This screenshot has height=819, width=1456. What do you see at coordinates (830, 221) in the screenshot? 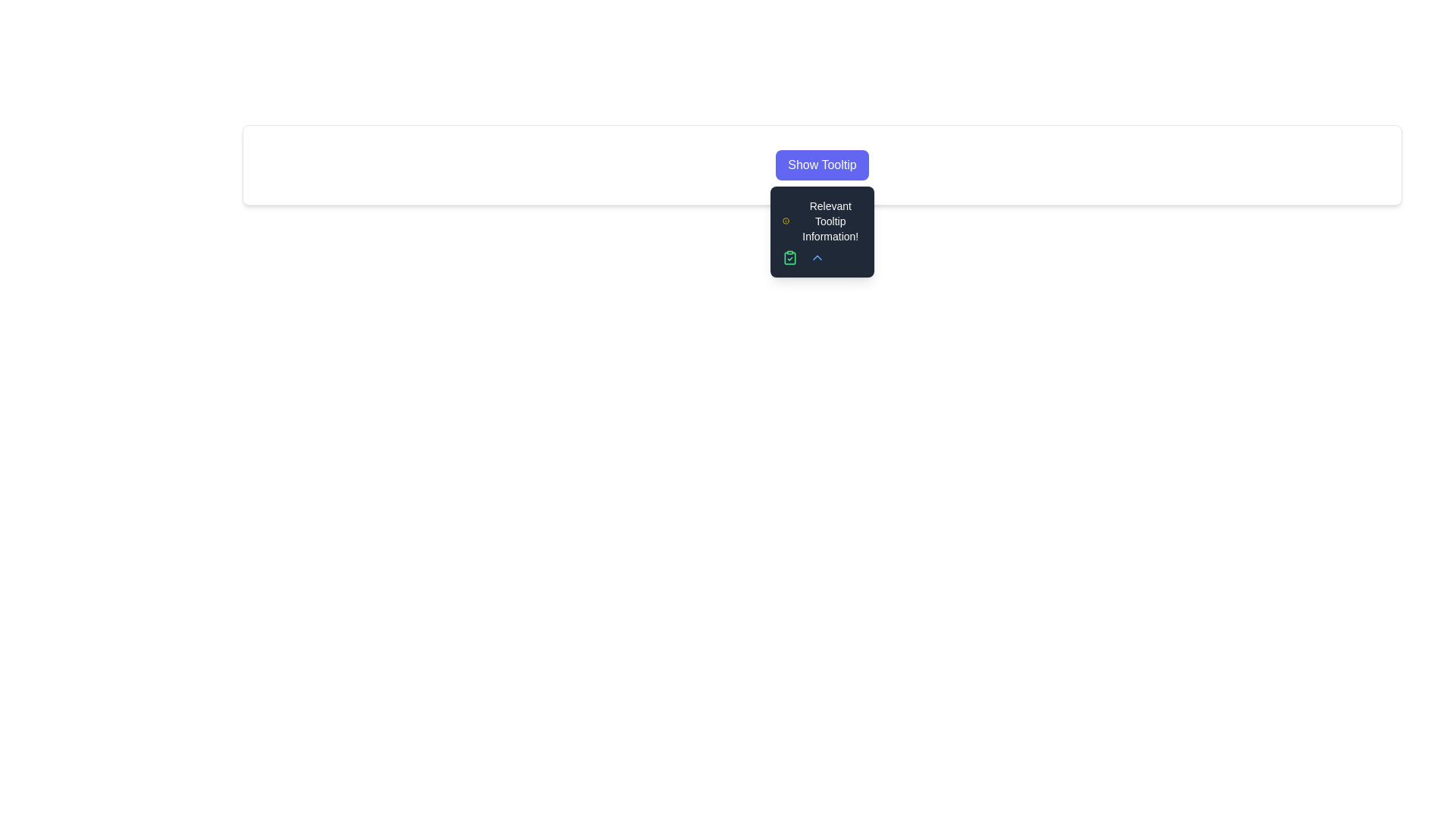
I see `the medium-sized text block displaying 'Relevant Tooltip Information!' which is styled in white on a dark background within the tooltip interface` at bounding box center [830, 221].